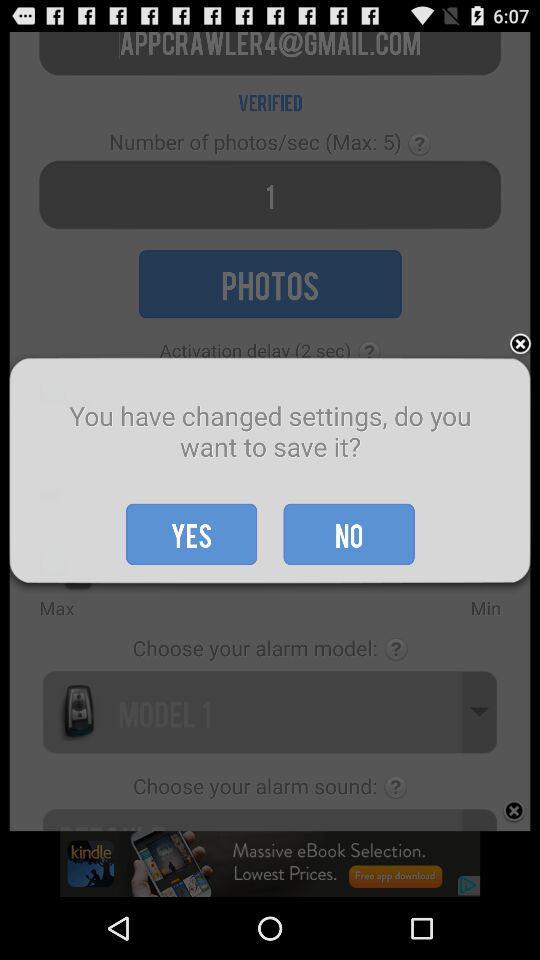 This screenshot has height=960, width=540. What do you see at coordinates (191, 533) in the screenshot?
I see `app below you have changed app` at bounding box center [191, 533].